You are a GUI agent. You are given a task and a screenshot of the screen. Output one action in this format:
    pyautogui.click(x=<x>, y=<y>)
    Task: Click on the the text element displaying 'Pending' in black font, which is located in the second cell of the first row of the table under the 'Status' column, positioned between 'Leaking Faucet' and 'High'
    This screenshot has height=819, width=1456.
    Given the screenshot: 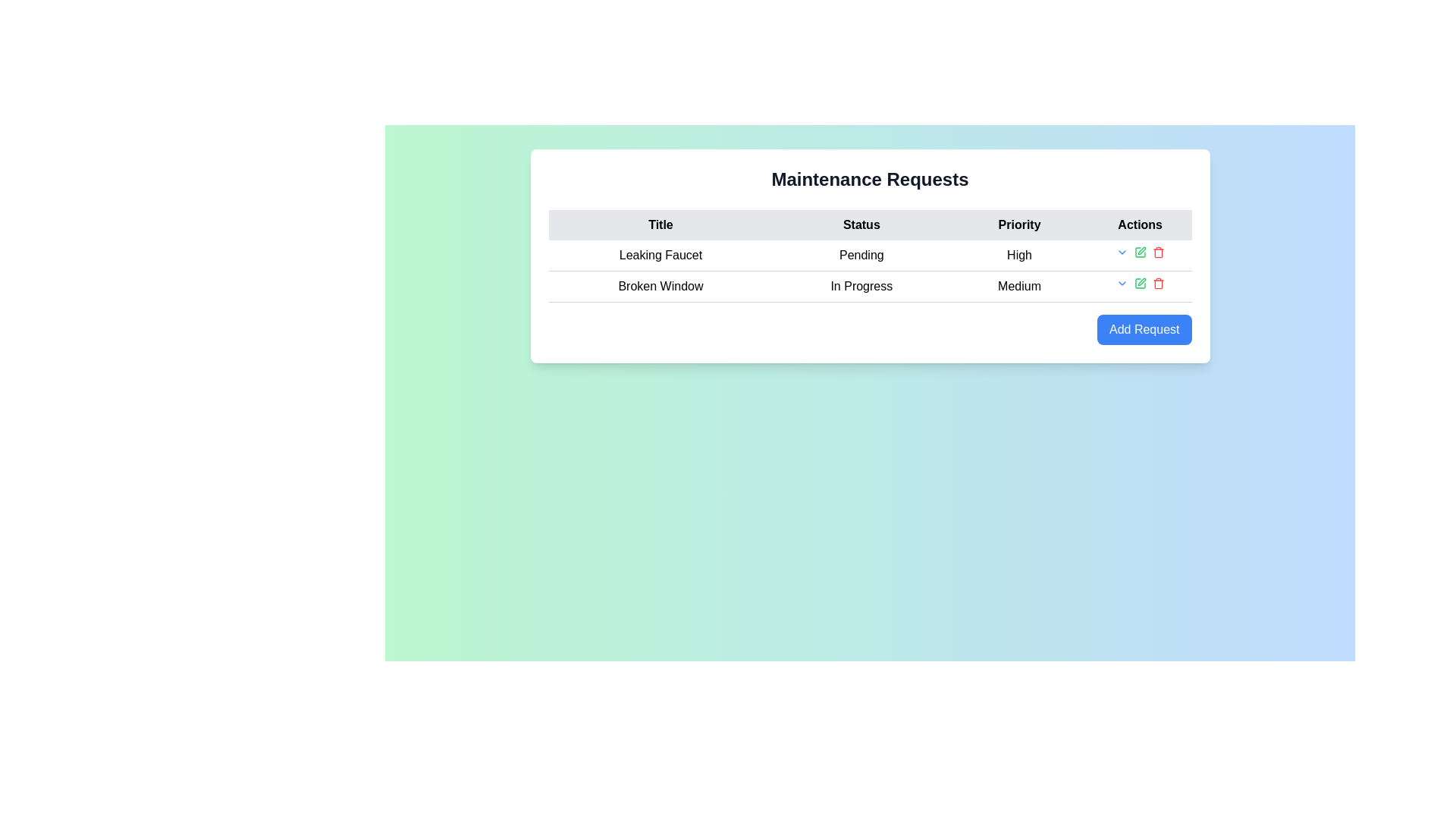 What is the action you would take?
    pyautogui.click(x=861, y=255)
    